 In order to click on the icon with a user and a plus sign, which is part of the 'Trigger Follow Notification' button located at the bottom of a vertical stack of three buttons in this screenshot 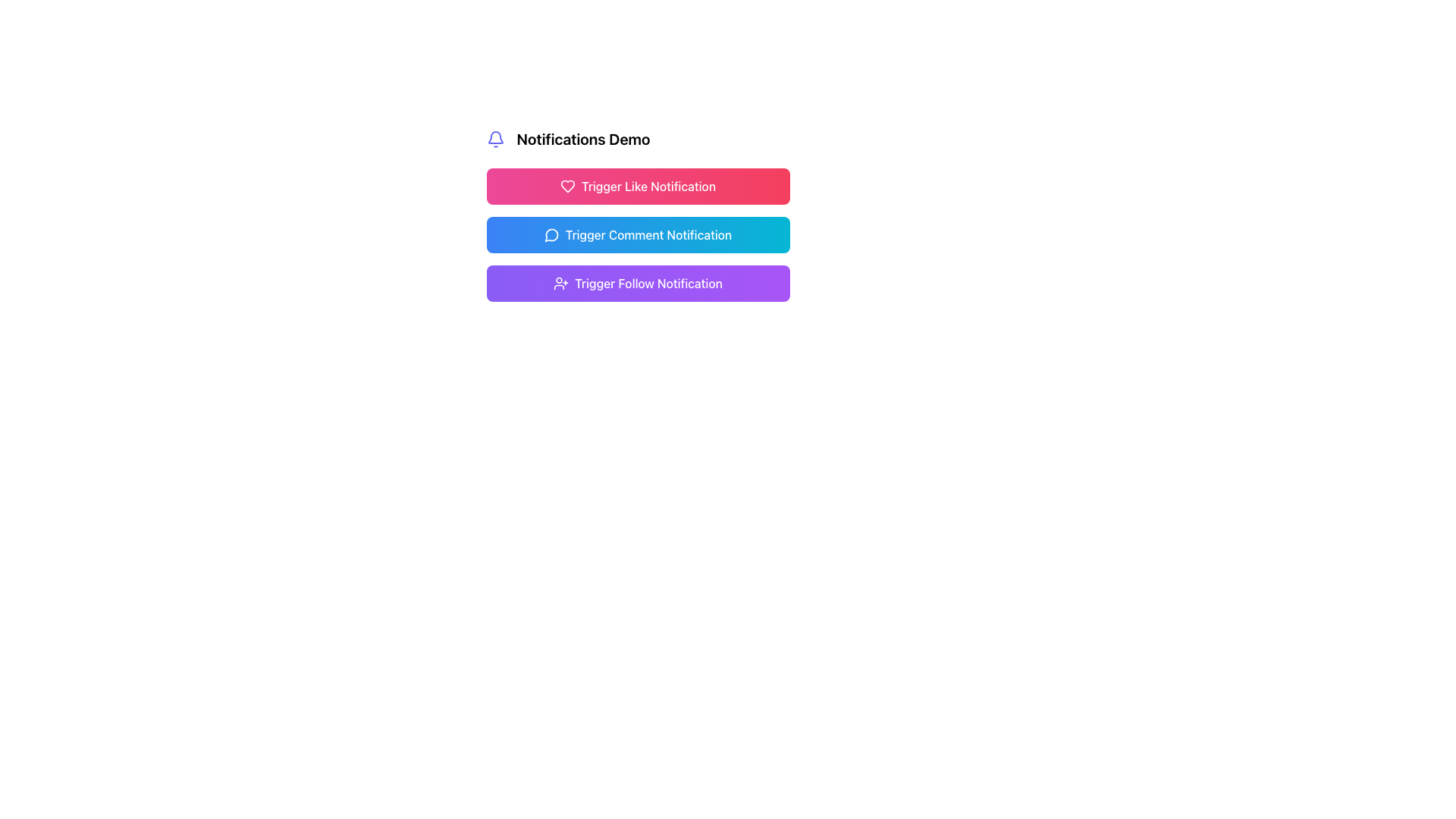, I will do `click(560, 284)`.